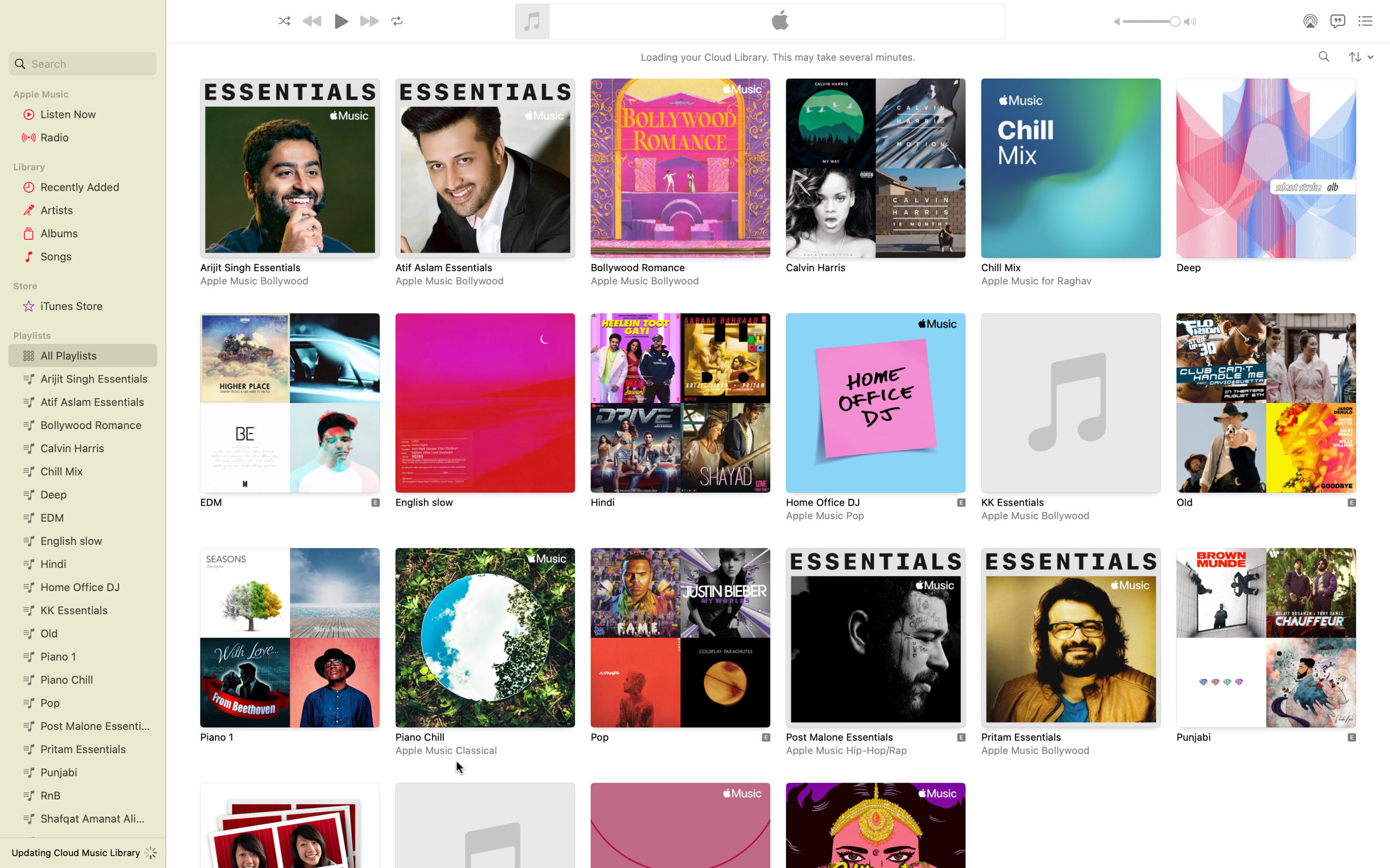  Describe the element at coordinates (1324, 57) in the screenshot. I see `Search for the artist "Adele` at that location.